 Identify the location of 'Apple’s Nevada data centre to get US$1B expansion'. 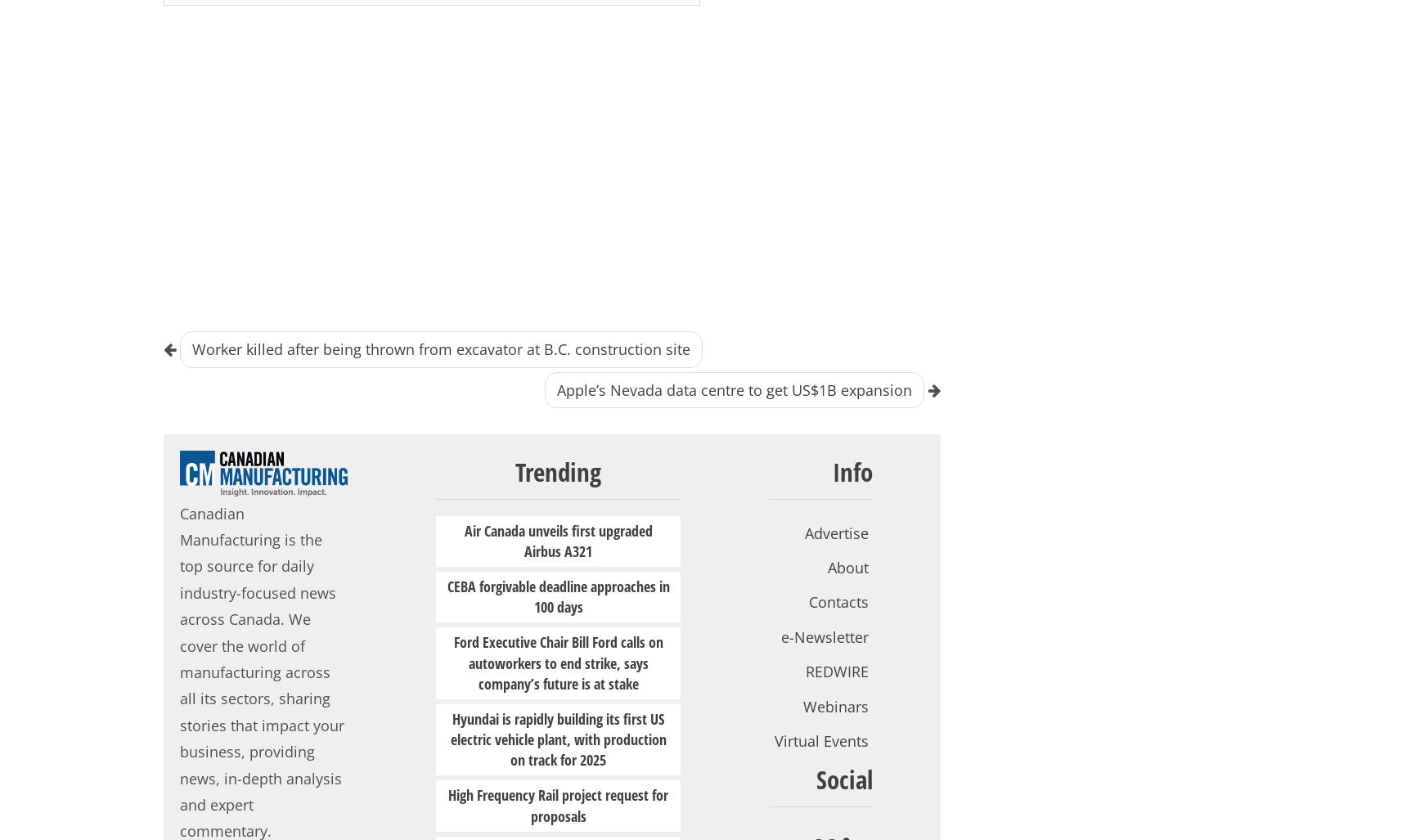
(734, 389).